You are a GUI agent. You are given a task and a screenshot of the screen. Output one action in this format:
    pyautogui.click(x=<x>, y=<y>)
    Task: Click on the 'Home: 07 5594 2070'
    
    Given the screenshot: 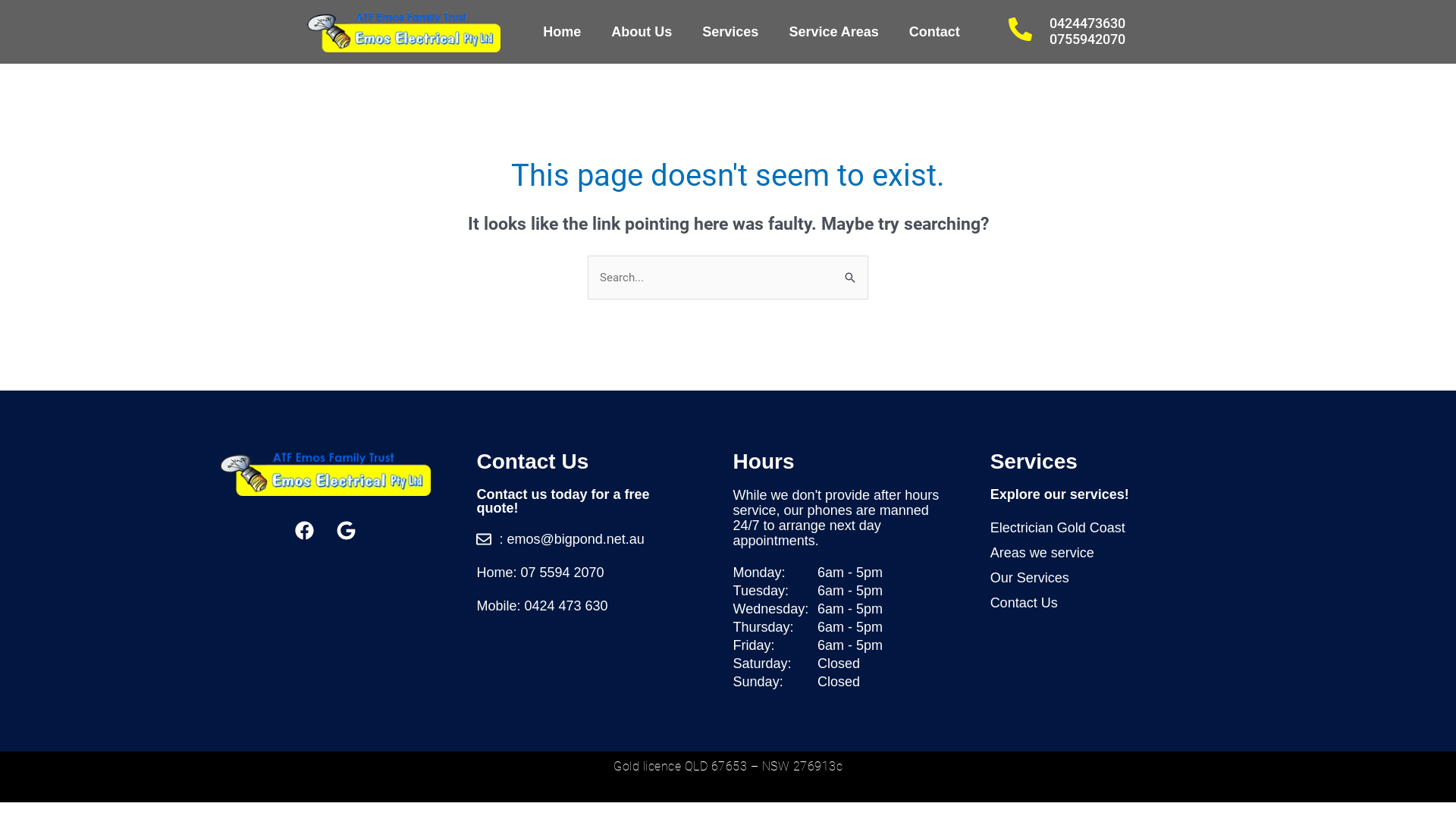 What is the action you would take?
    pyautogui.click(x=475, y=573)
    